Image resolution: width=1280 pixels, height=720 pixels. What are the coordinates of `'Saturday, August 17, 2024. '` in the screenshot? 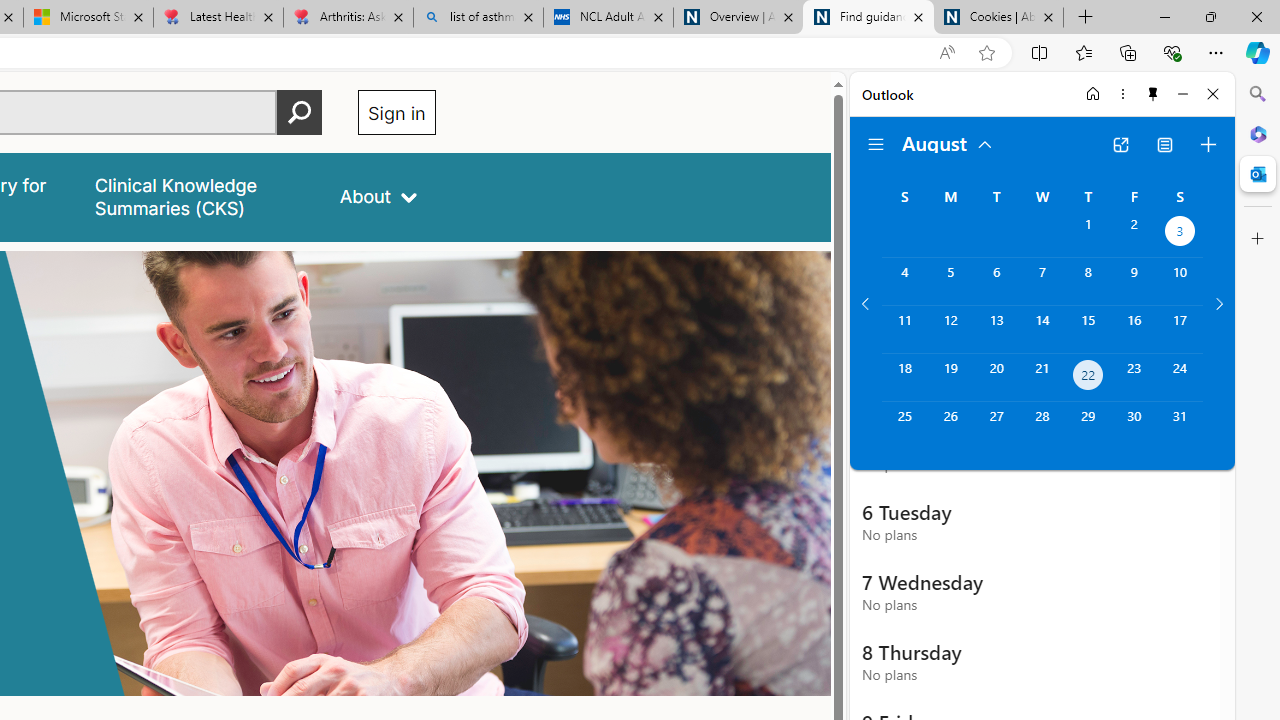 It's located at (1180, 328).